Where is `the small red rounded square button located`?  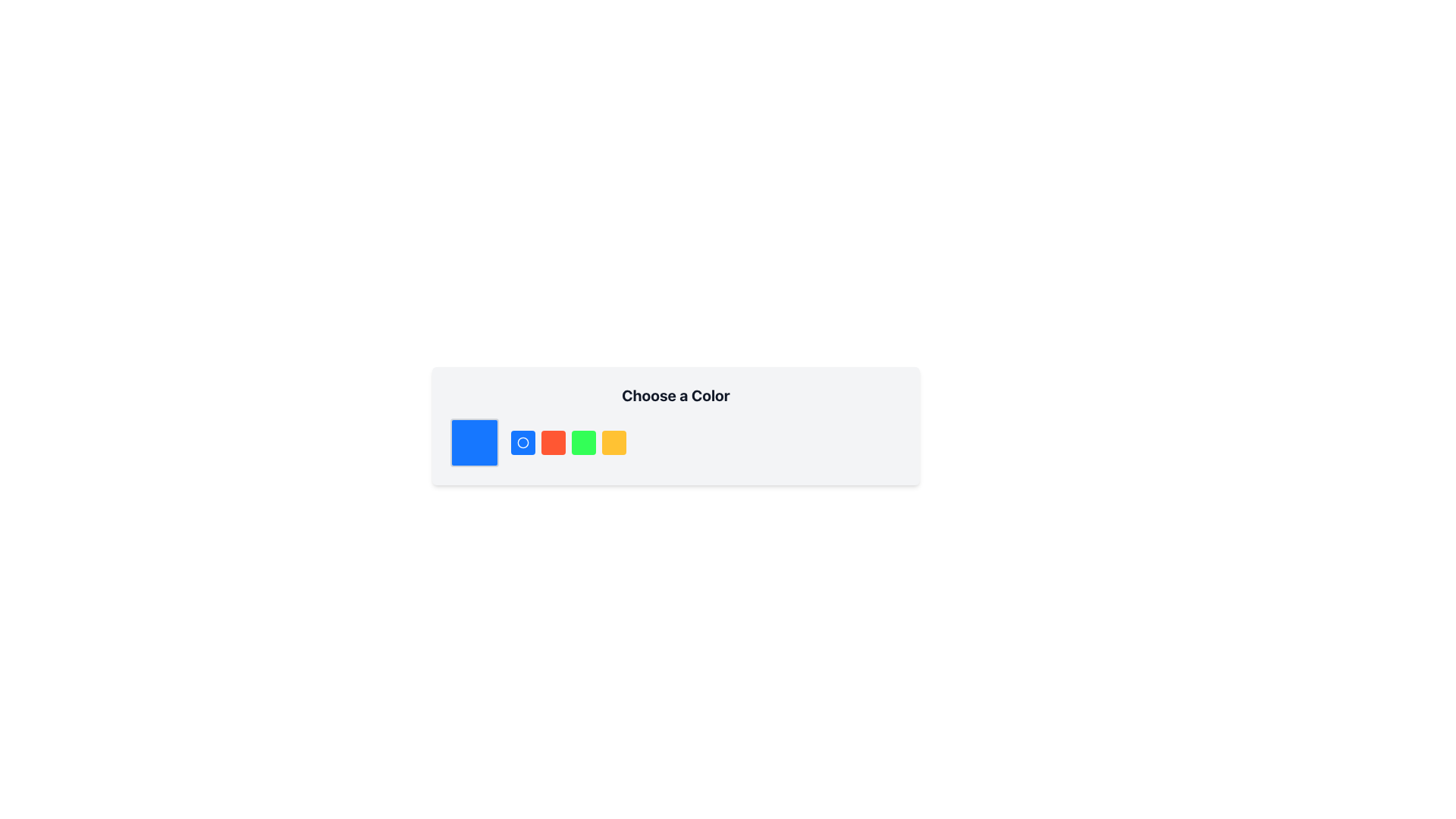
the small red rounded square button located is located at coordinates (552, 442).